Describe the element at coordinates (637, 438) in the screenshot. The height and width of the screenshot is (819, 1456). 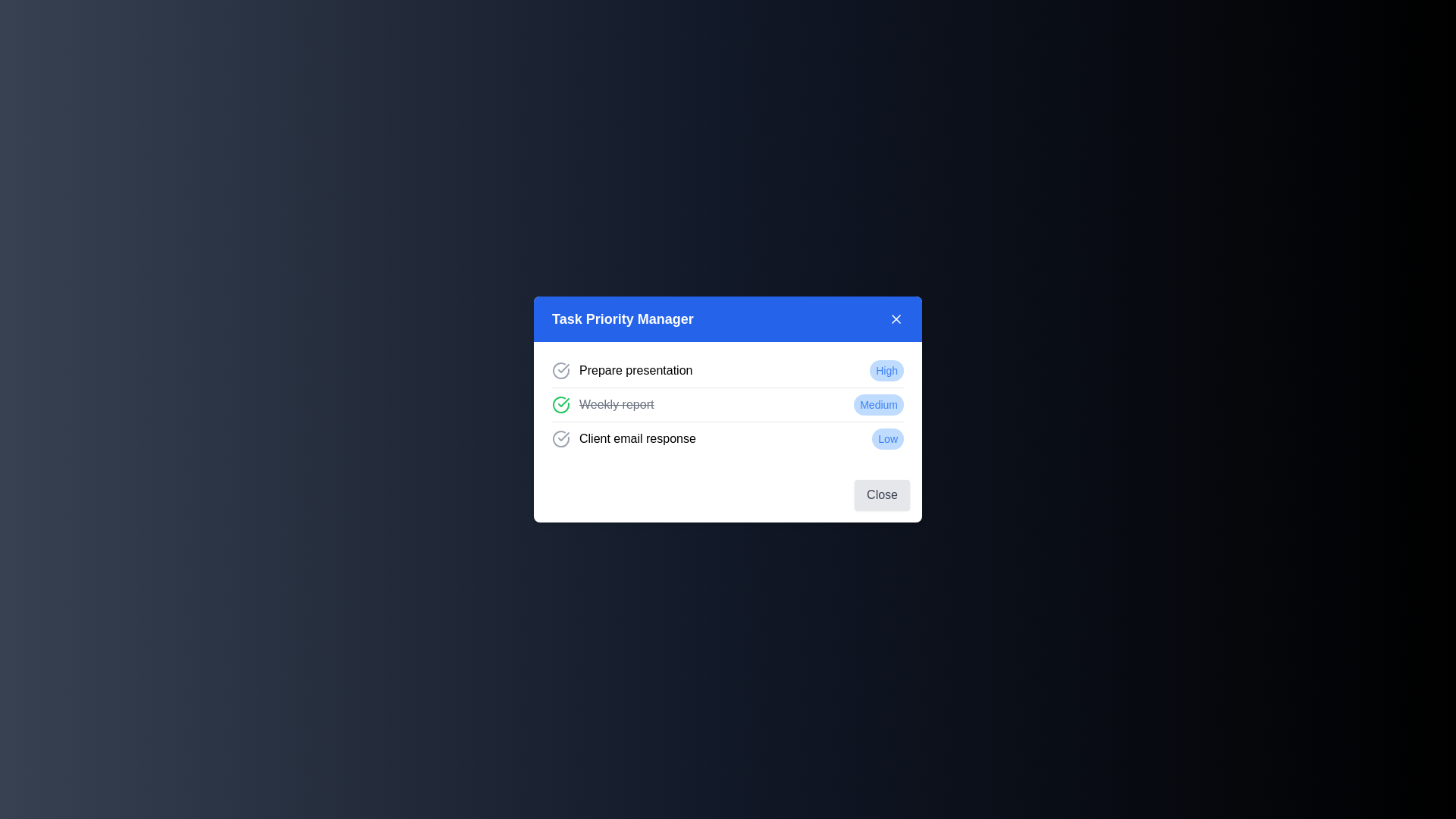
I see `text label that describes a specific task item in the list, positioned as the third text element in the 'Task Priority Manager' dialog box` at that location.